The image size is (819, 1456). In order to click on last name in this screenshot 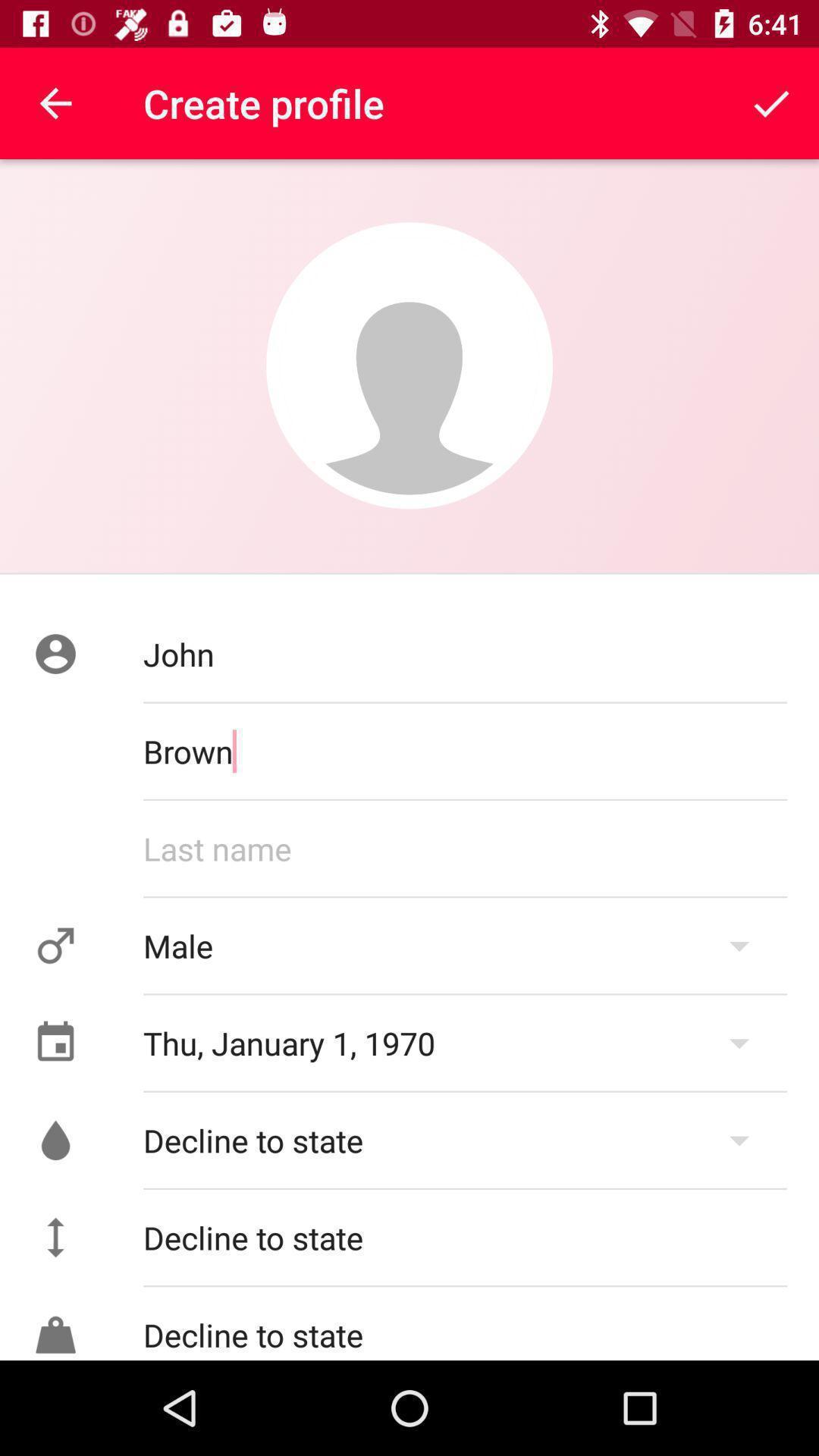, I will do `click(464, 847)`.